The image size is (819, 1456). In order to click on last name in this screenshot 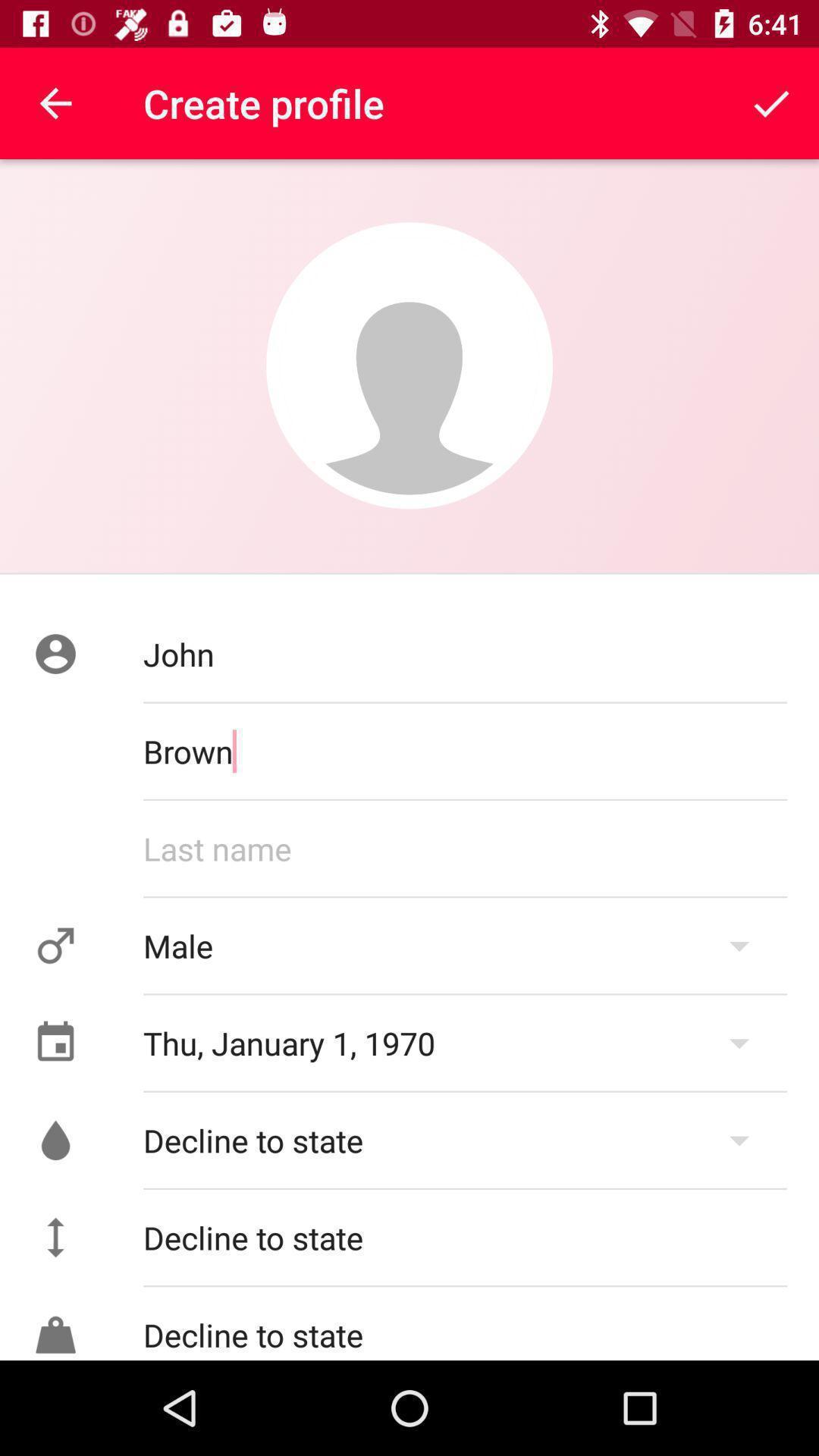, I will do `click(464, 847)`.